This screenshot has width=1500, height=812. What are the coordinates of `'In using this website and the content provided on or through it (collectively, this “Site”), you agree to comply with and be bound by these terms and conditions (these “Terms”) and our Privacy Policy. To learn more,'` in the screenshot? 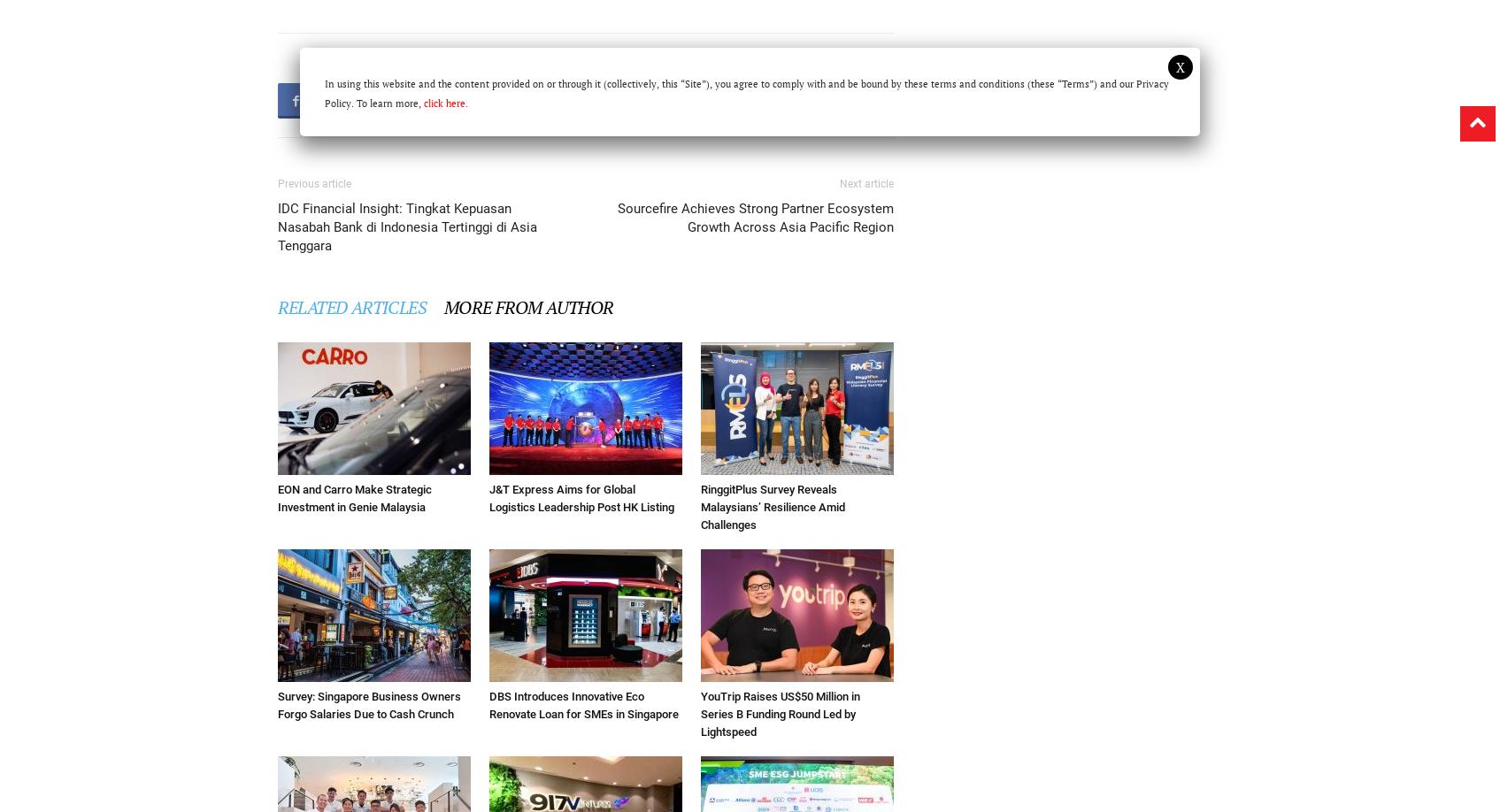 It's located at (746, 93).